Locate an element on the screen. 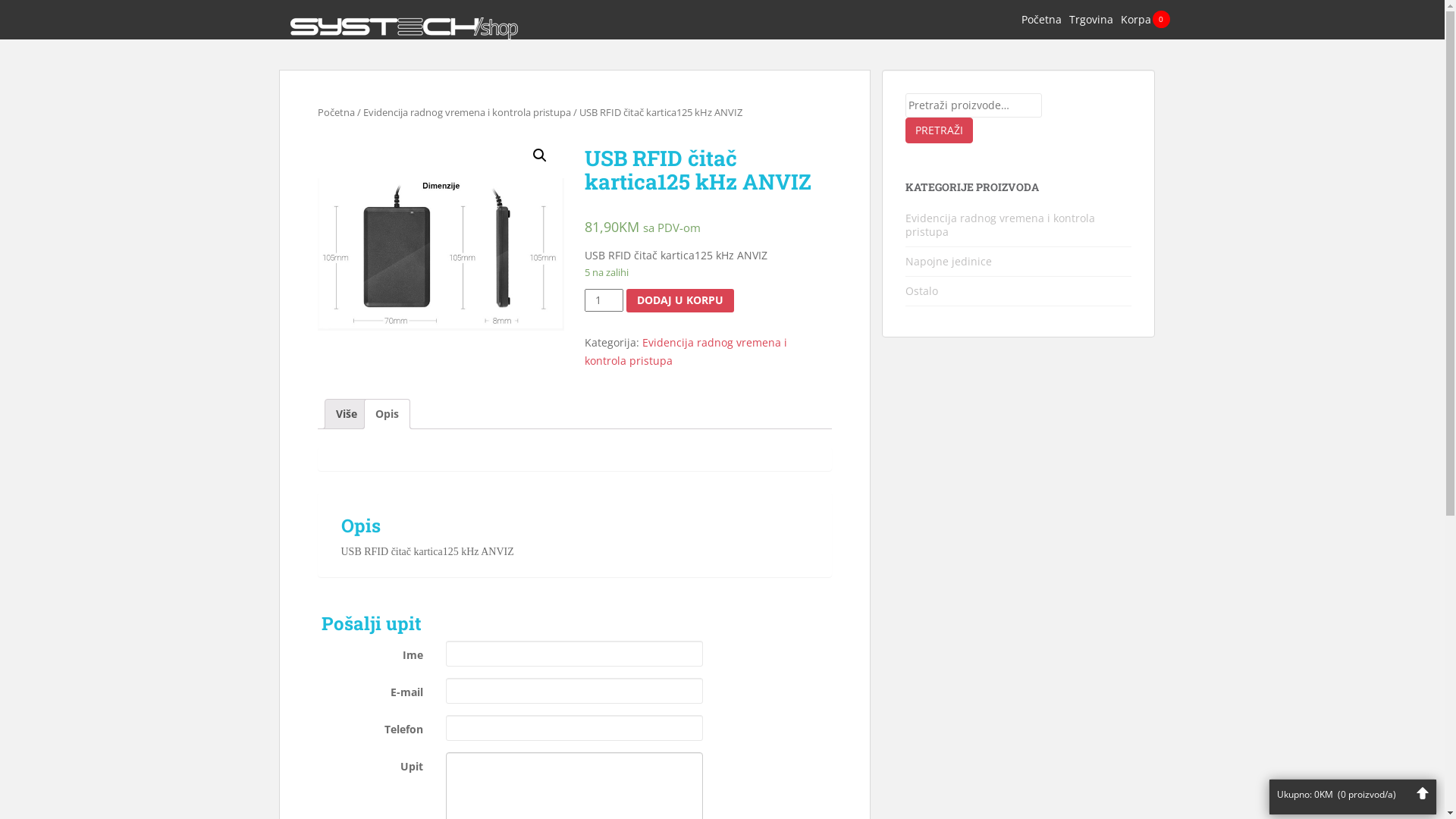  'Untitled-1' is located at coordinates (439, 253).